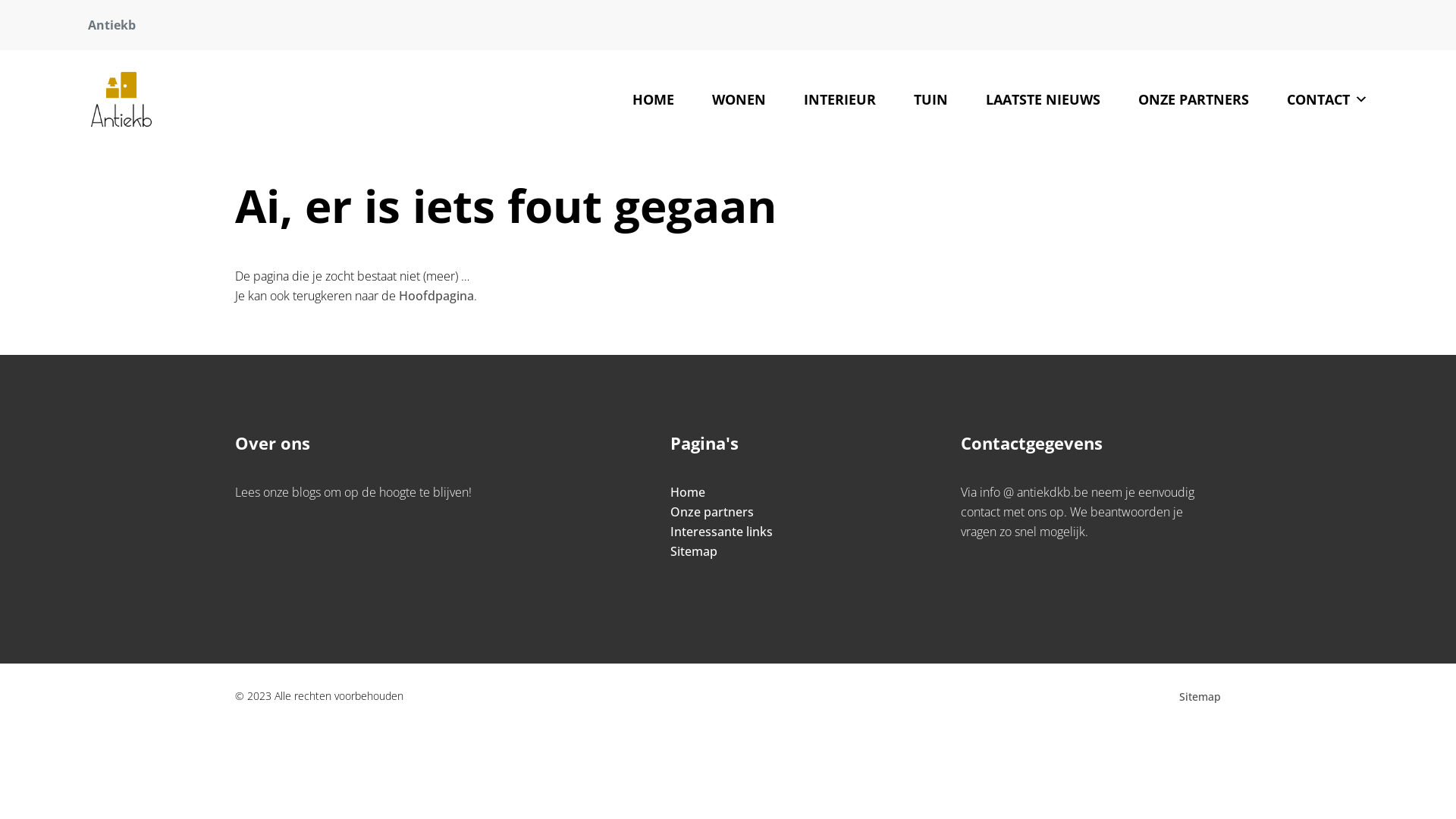  Describe the element at coordinates (669, 551) in the screenshot. I see `'Sitemap'` at that location.